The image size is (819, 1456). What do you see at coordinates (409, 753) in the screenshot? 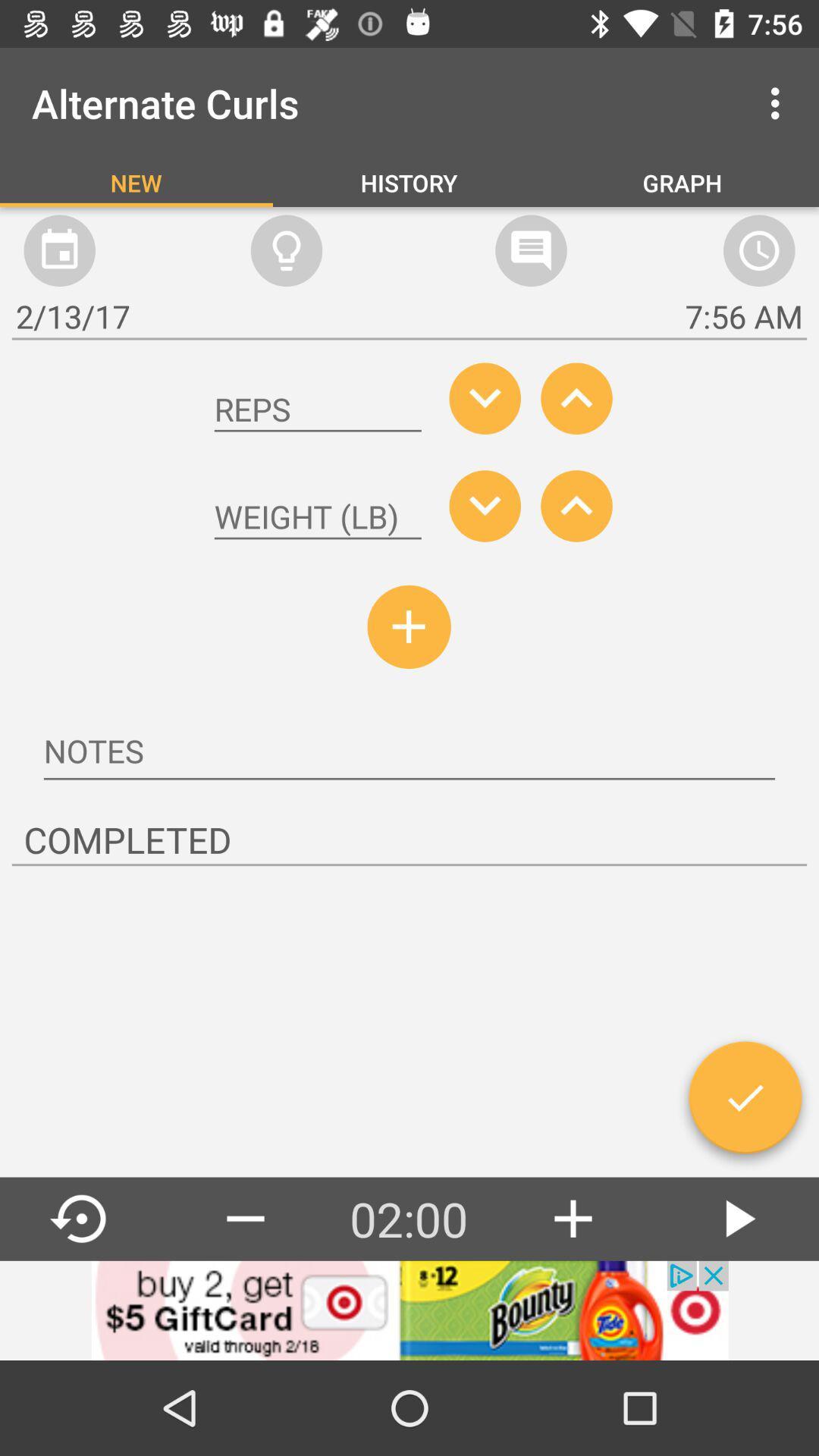
I see `enter the notes` at bounding box center [409, 753].